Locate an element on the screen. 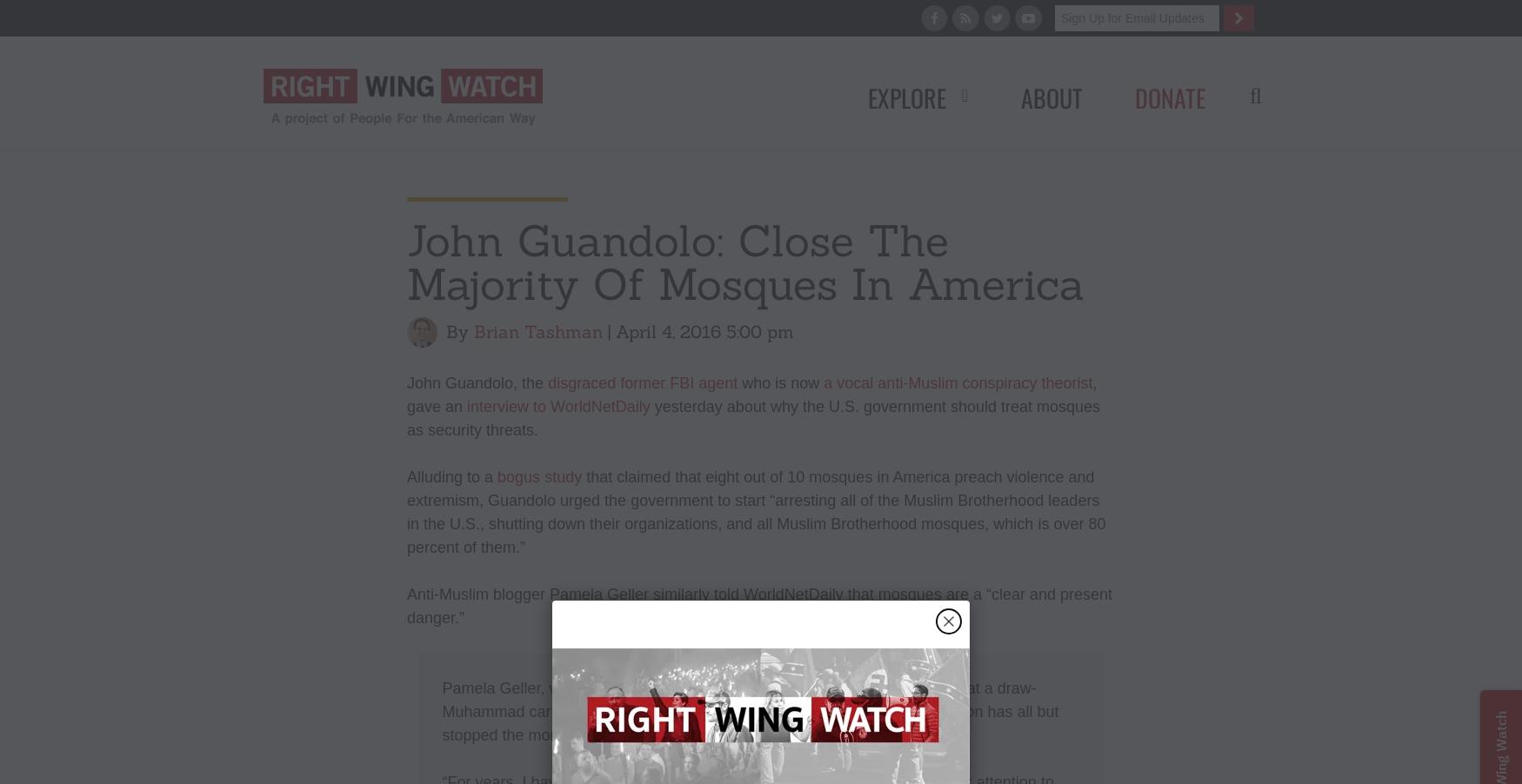 Image resolution: width=1522 pixels, height=784 pixels. 'conspiracy' is located at coordinates (998, 382).